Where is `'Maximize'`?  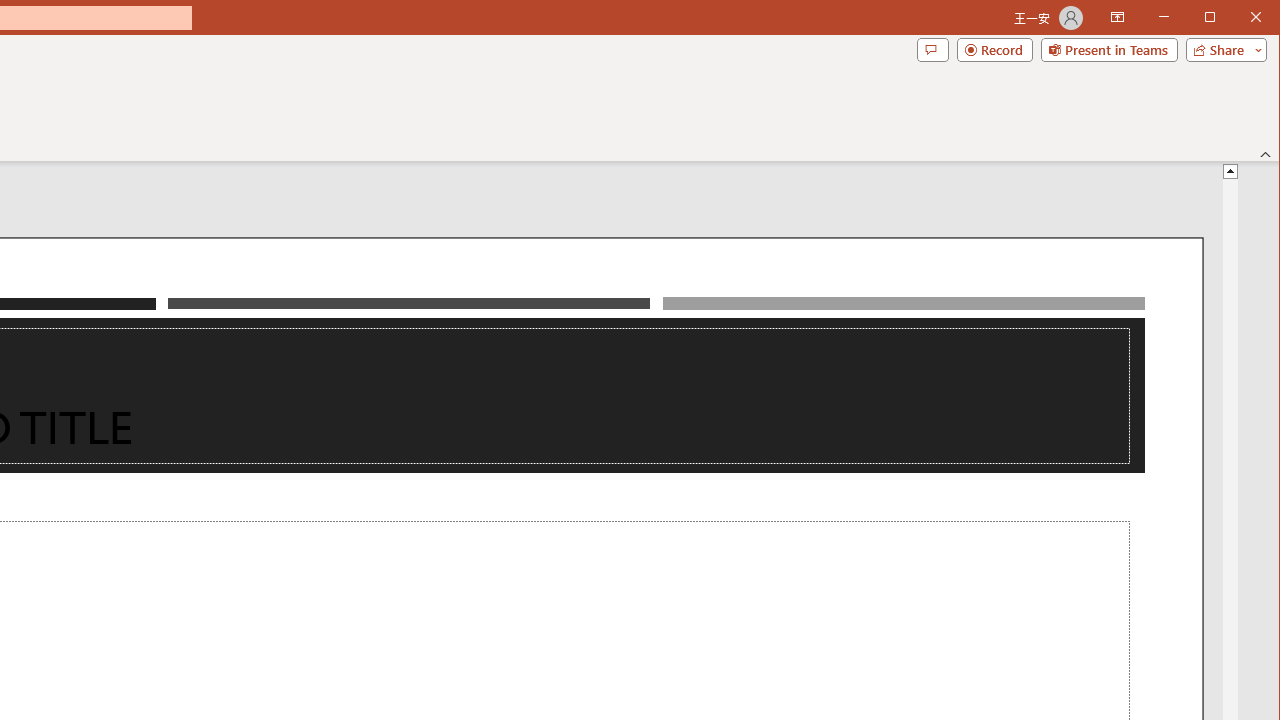 'Maximize' is located at coordinates (1238, 19).